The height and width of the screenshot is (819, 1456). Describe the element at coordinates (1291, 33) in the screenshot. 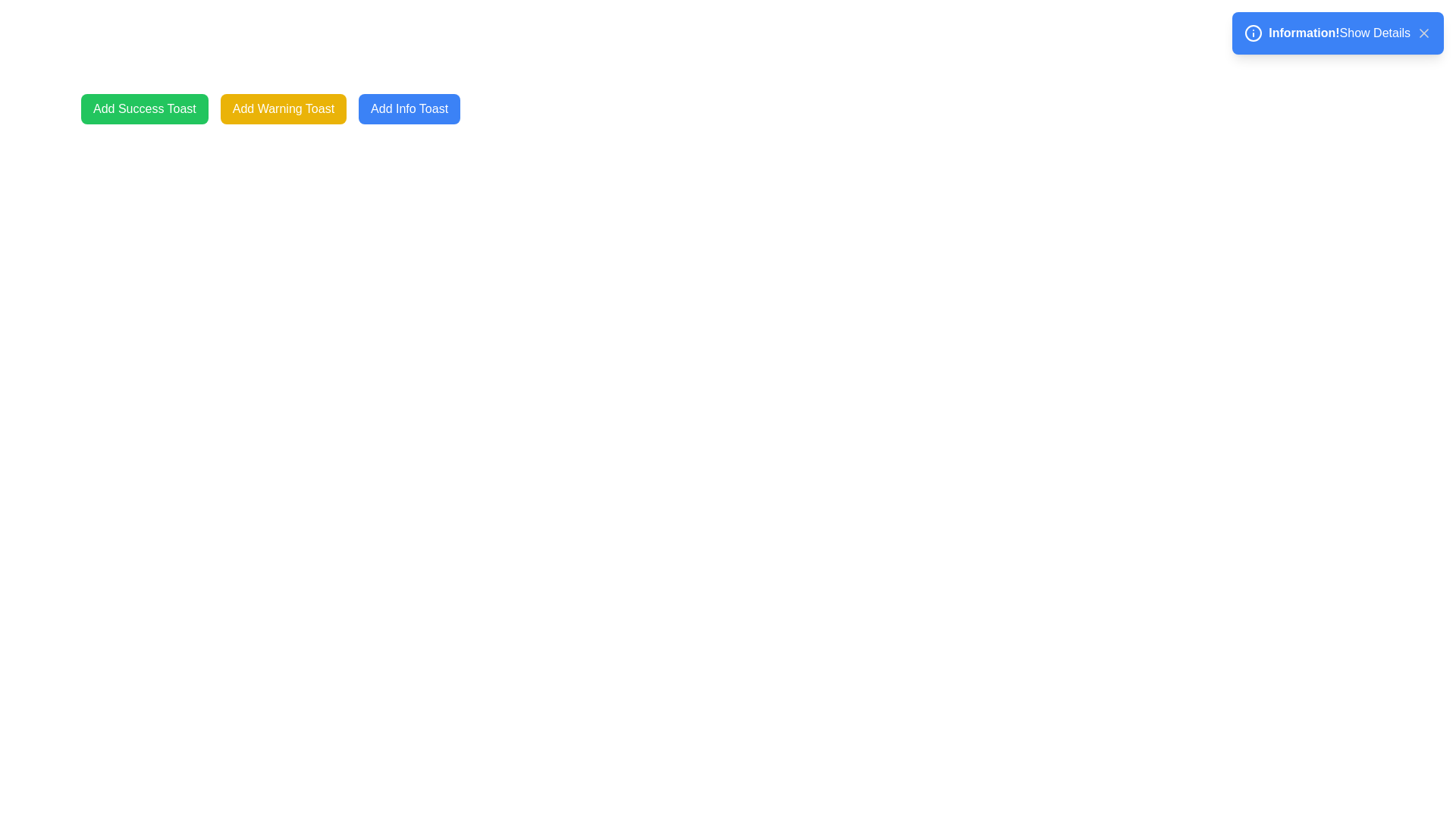

I see `the 'Information!' text label with an icon, which features a circular 'i' icon on a blue rectangular background, located in the top right corner of the layout` at that location.